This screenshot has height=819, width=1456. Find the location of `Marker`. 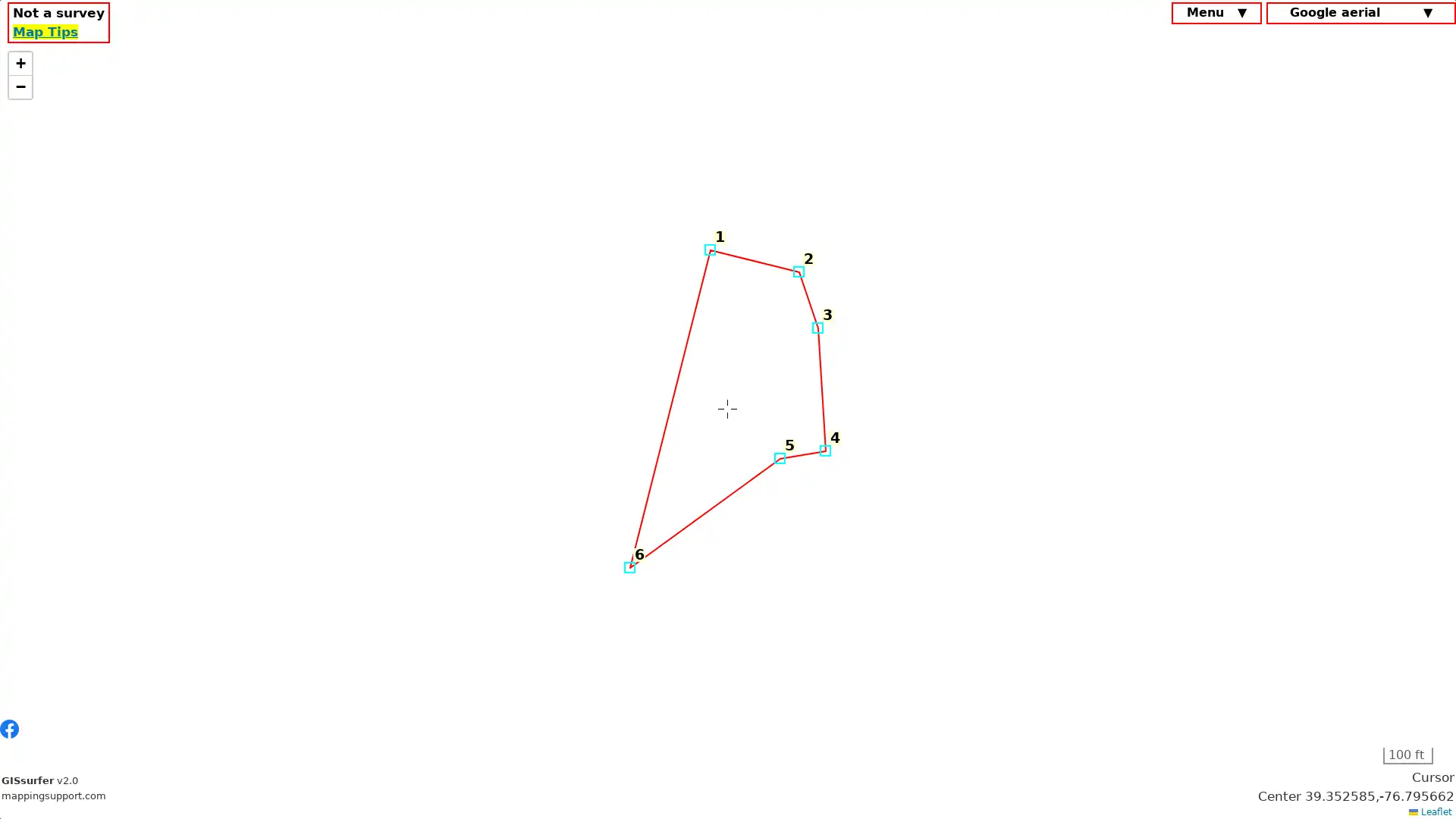

Marker is located at coordinates (824, 450).